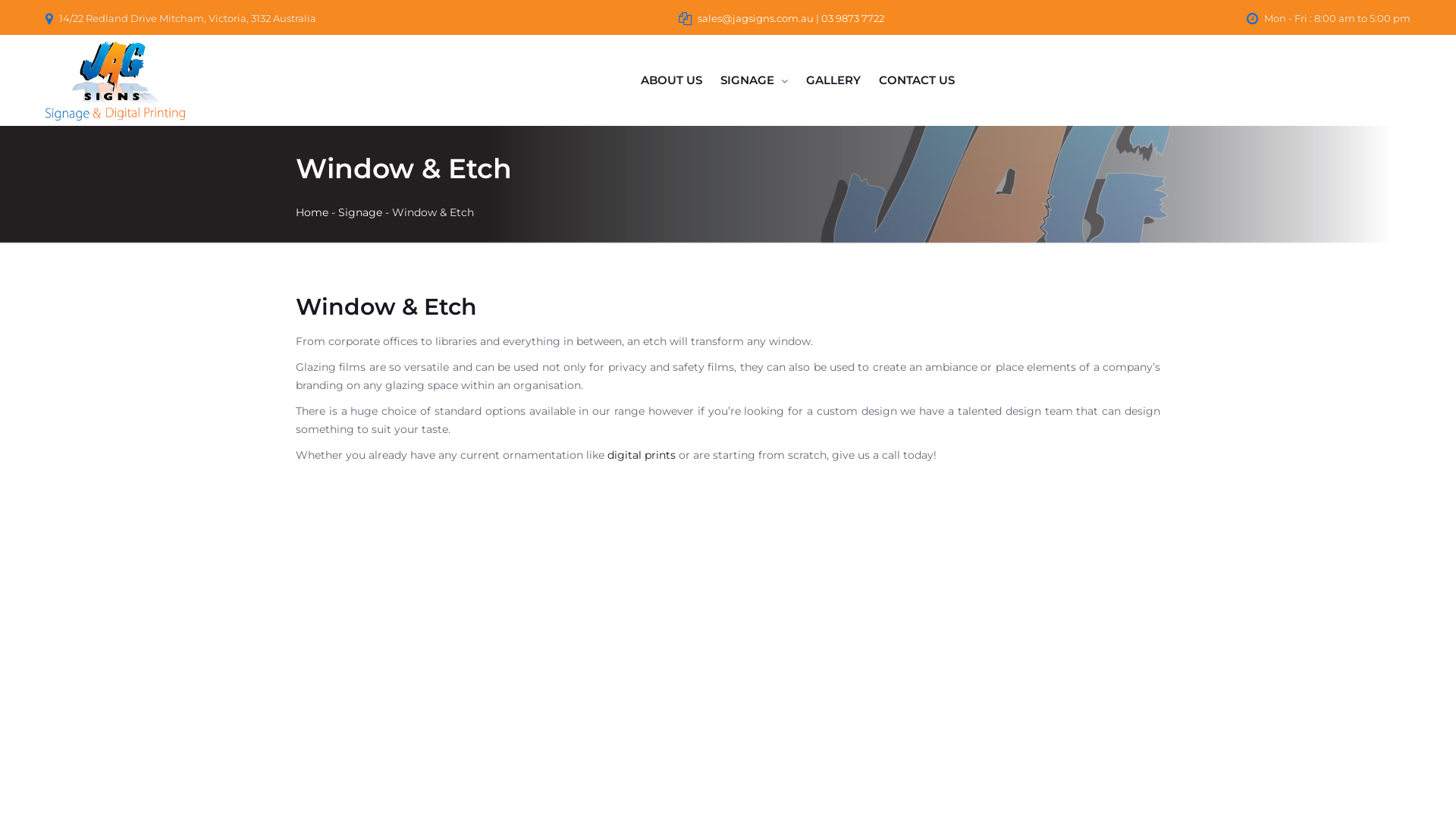 The image size is (1456, 819). Describe the element at coordinates (916, 80) in the screenshot. I see `'CONTACT US'` at that location.